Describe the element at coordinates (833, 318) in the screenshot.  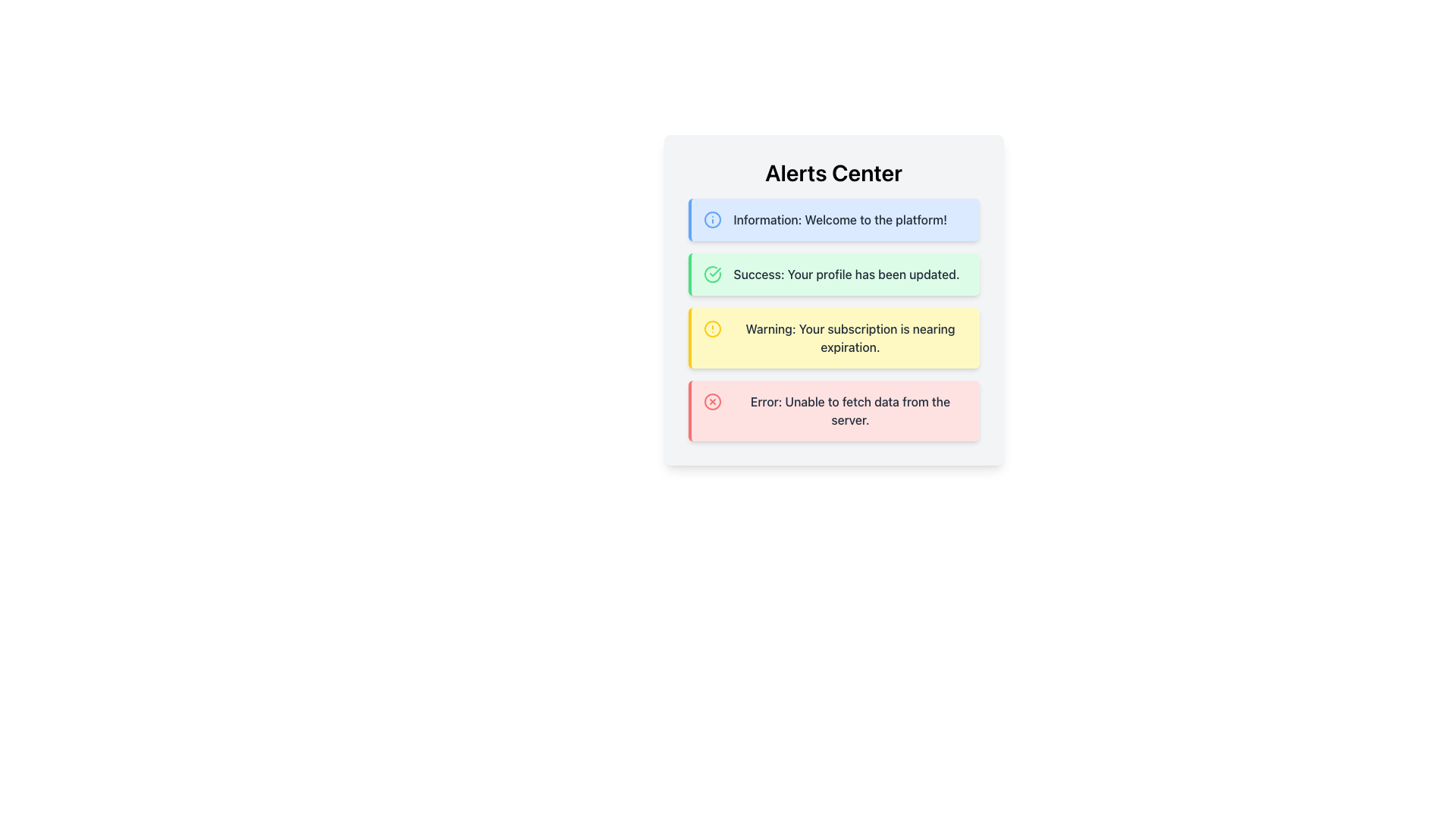
I see `the Notification Card that provides a warning about subscription expiration, located in the Alerts Center between the success alert and the error alert` at that location.